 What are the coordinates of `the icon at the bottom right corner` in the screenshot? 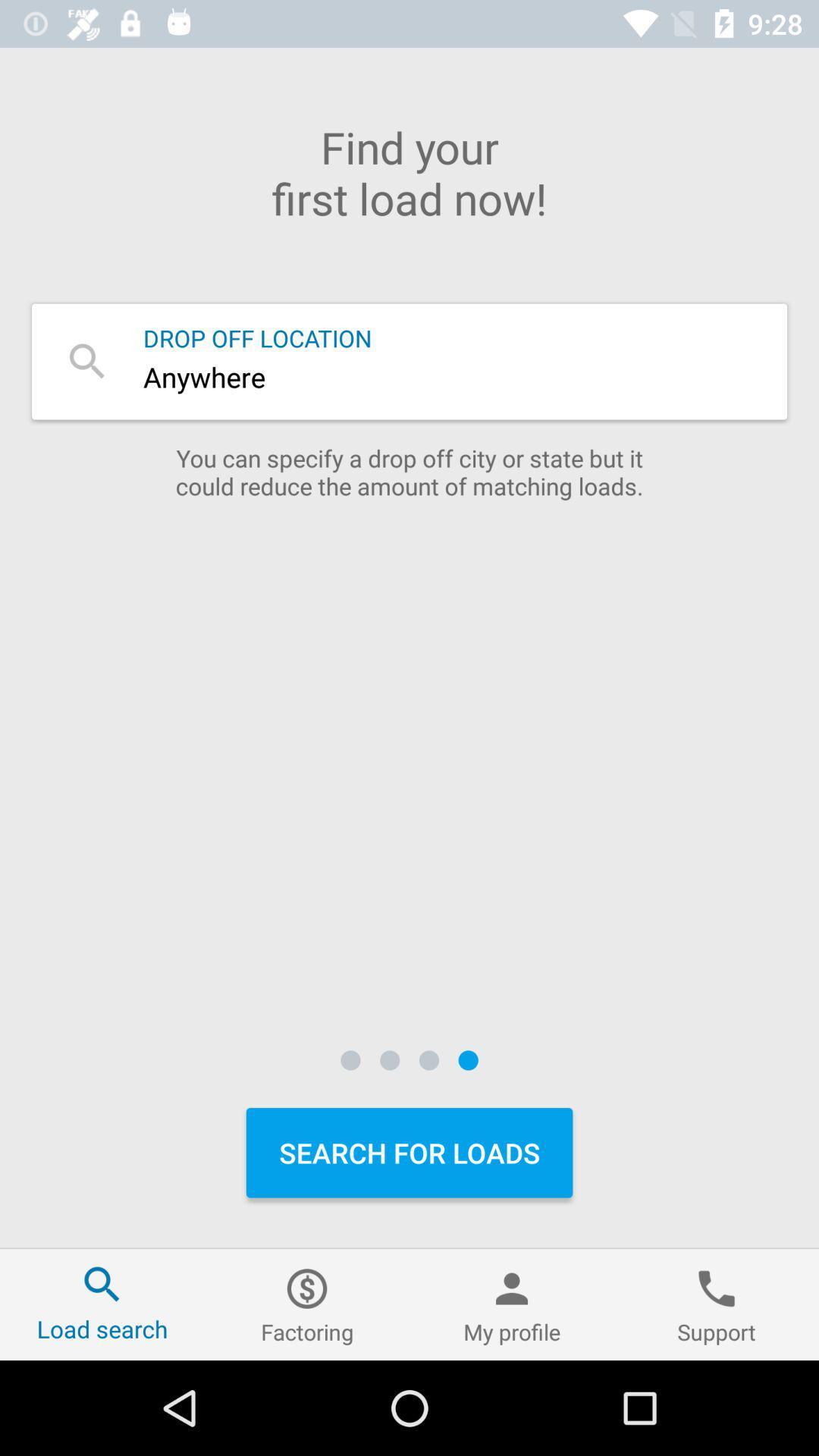 It's located at (717, 1304).